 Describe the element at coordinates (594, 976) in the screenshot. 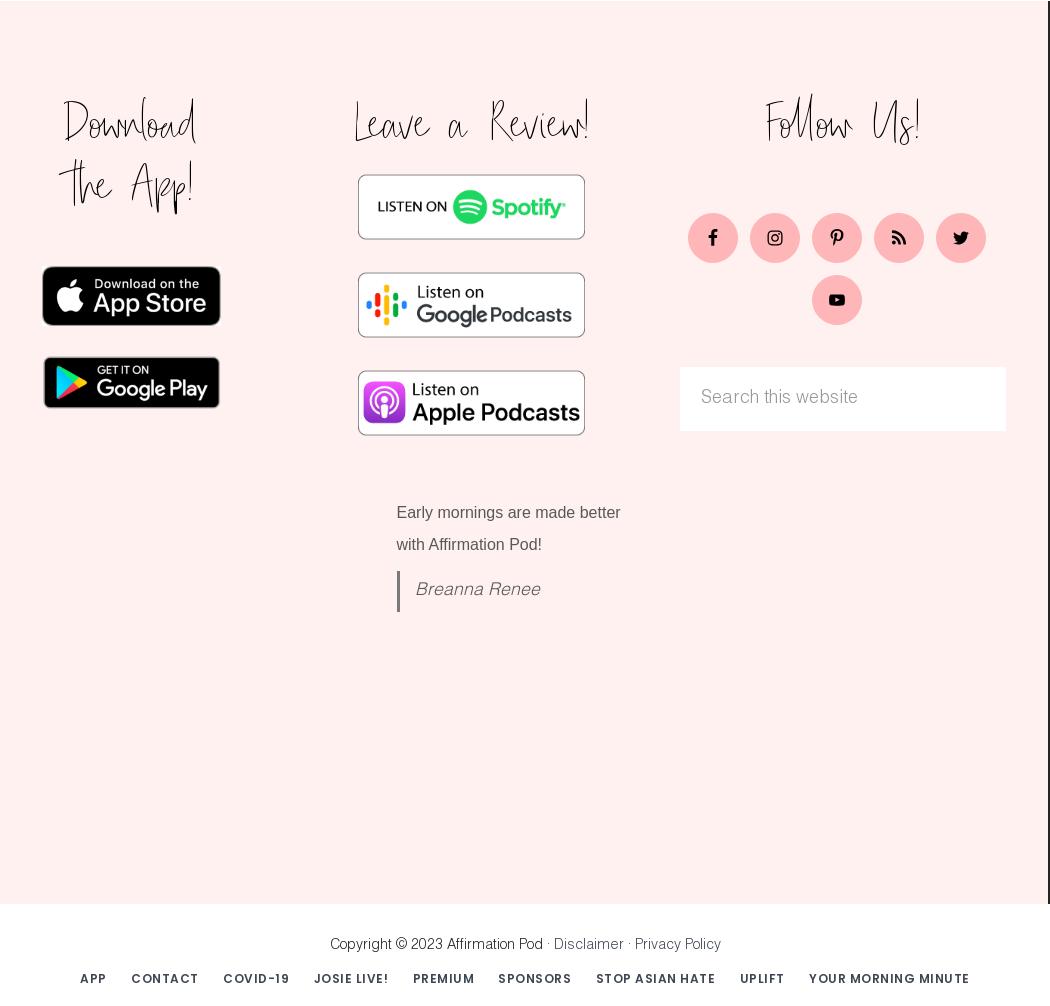

I see `'Stop Asian Hate'` at that location.